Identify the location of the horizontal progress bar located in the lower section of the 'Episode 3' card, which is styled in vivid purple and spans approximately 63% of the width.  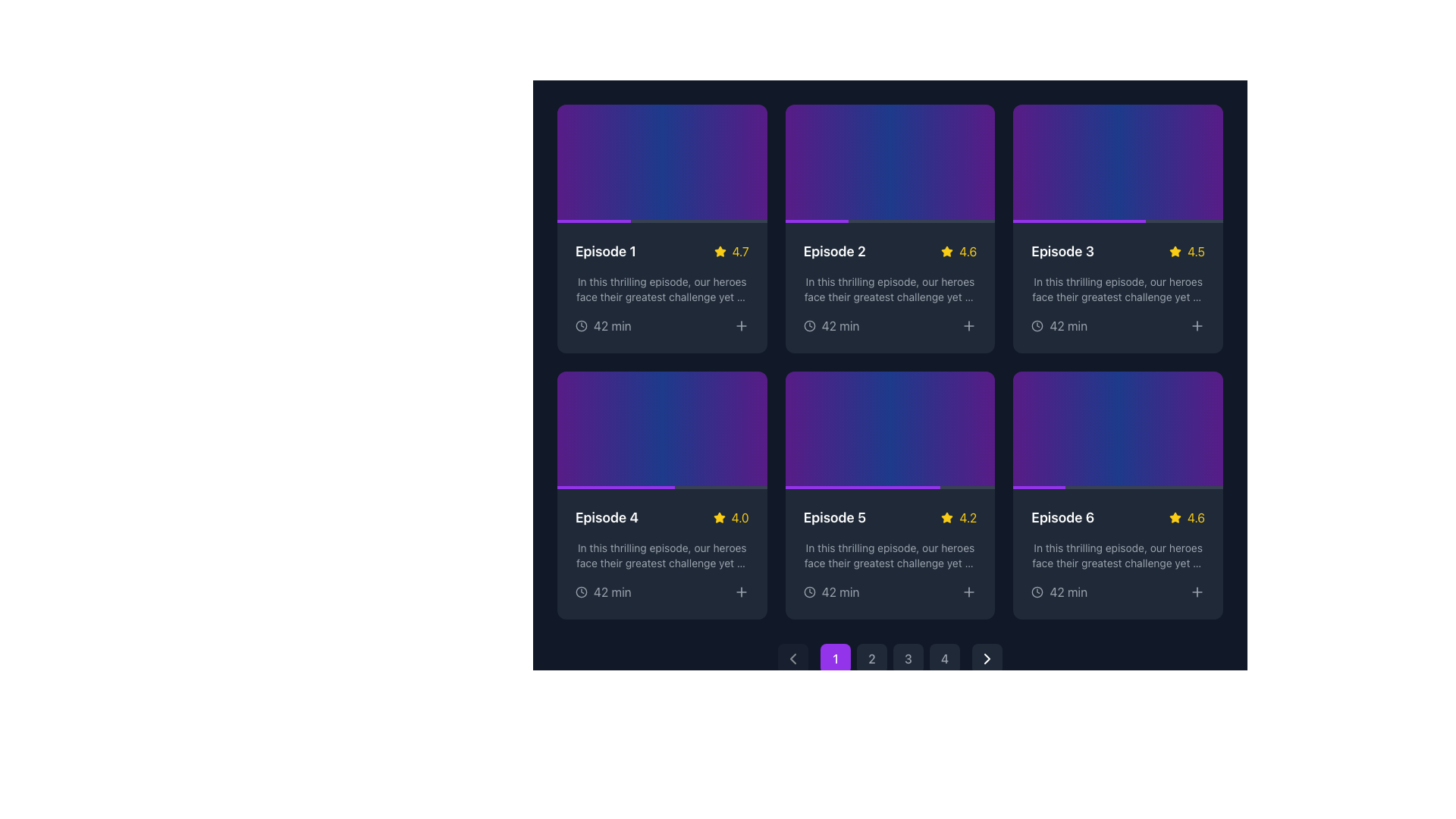
(1078, 221).